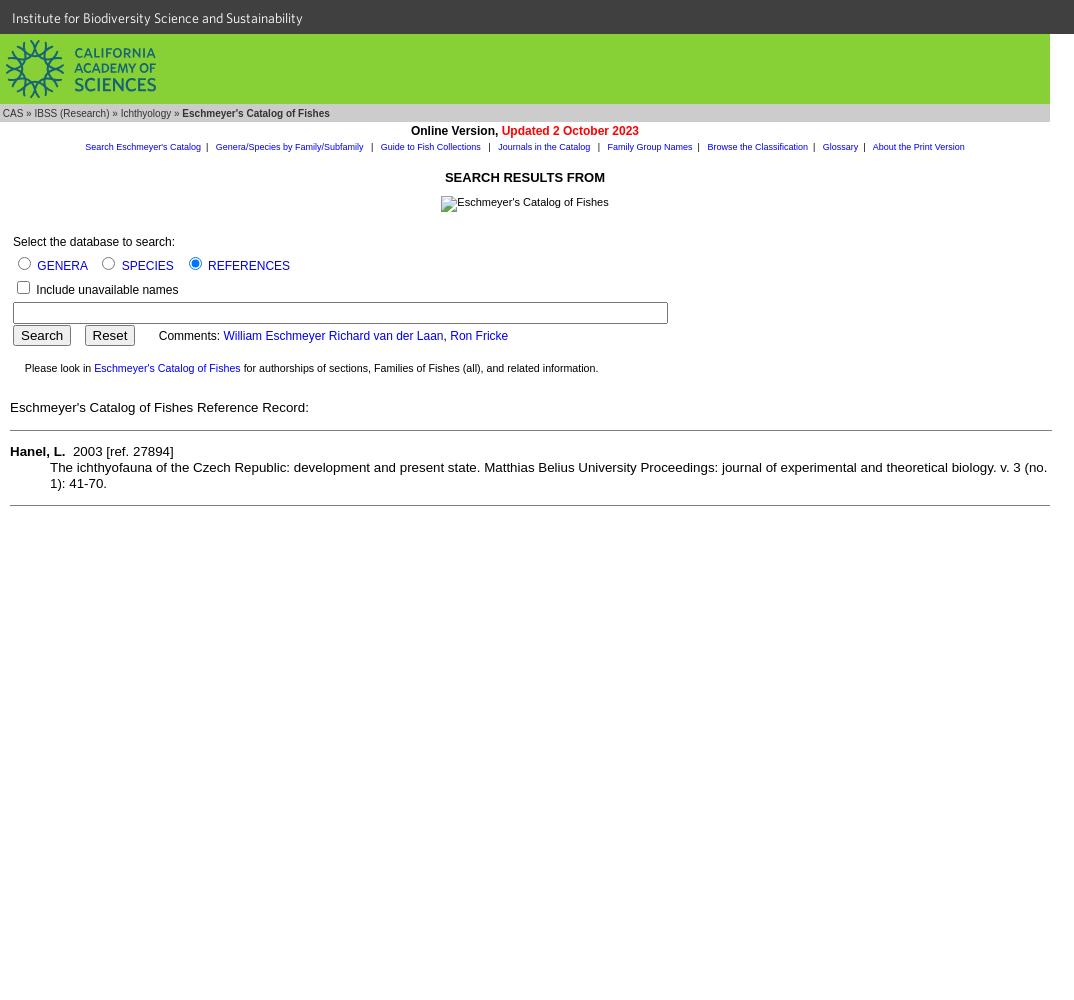  What do you see at coordinates (822, 147) in the screenshot?
I see `'Glossary'` at bounding box center [822, 147].